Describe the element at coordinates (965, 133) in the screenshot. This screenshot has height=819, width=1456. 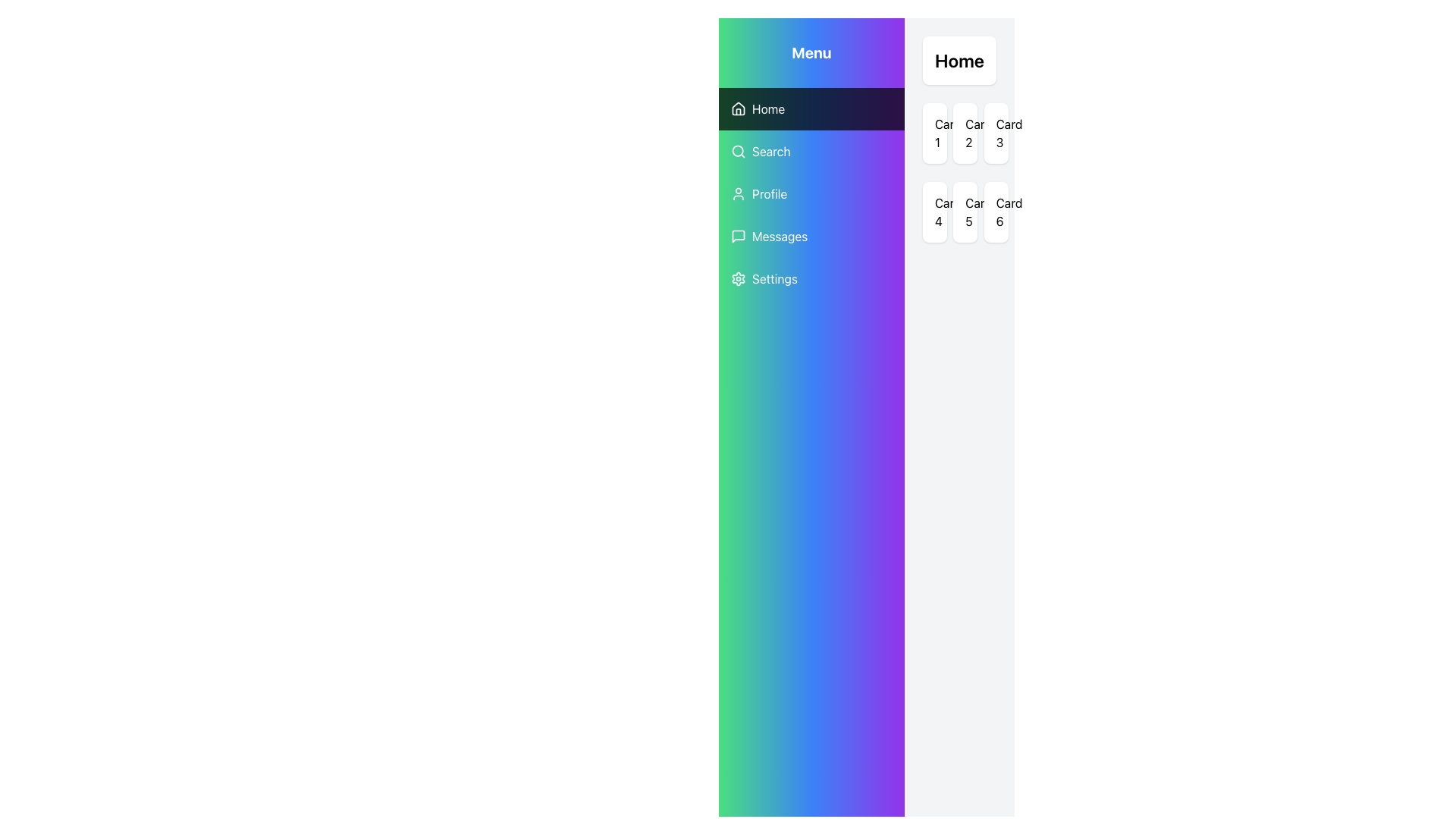
I see `the second card in the first row of the grid layout` at that location.